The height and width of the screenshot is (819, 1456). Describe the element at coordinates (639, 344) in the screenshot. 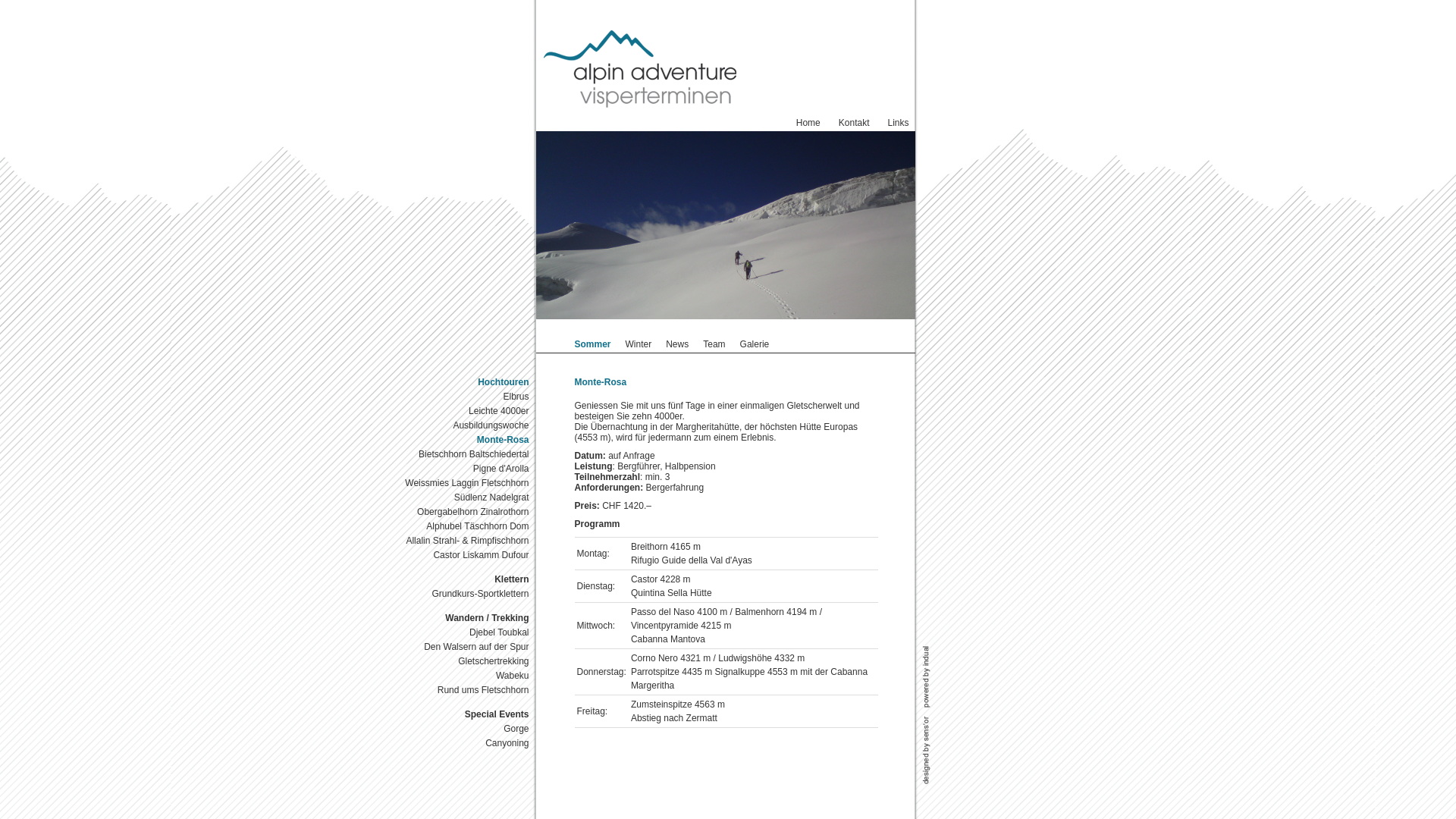

I see `'Winter'` at that location.